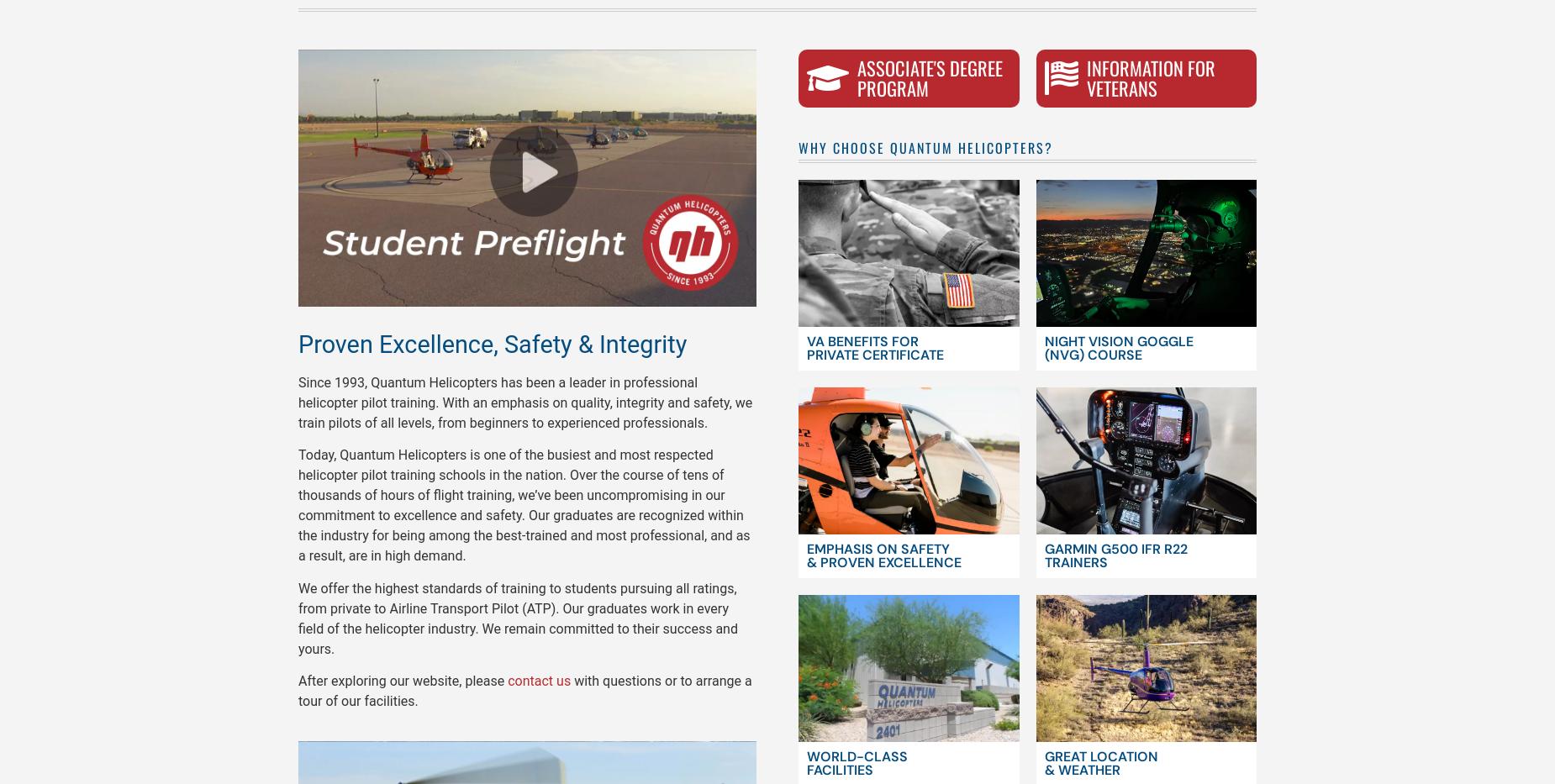 The image size is (1555, 784). What do you see at coordinates (925, 147) in the screenshot?
I see `'Why Choose Quantum Helicopters?'` at bounding box center [925, 147].